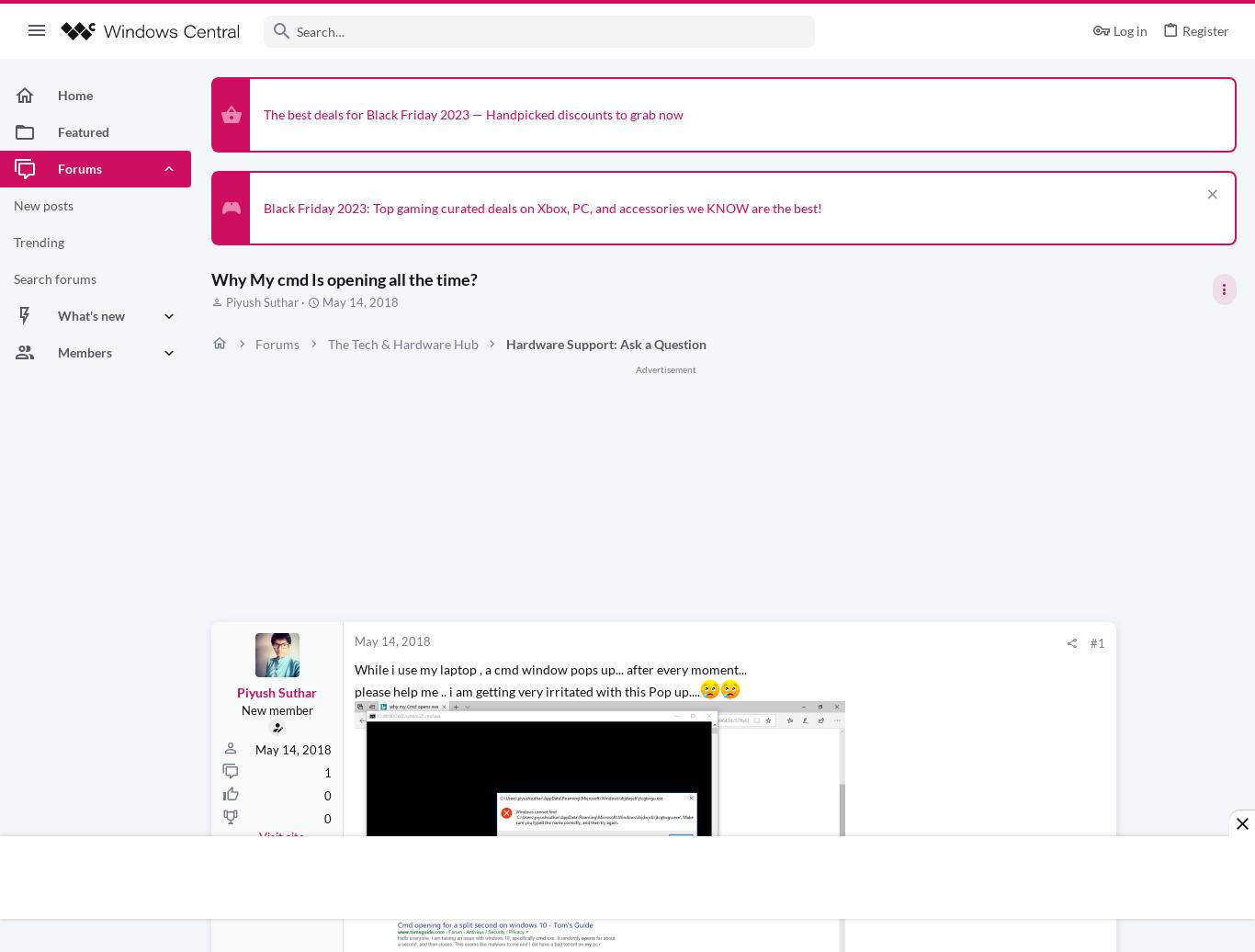 The width and height of the screenshot is (1255, 952). What do you see at coordinates (924, 643) in the screenshot?
I see `'#1'` at bounding box center [924, 643].